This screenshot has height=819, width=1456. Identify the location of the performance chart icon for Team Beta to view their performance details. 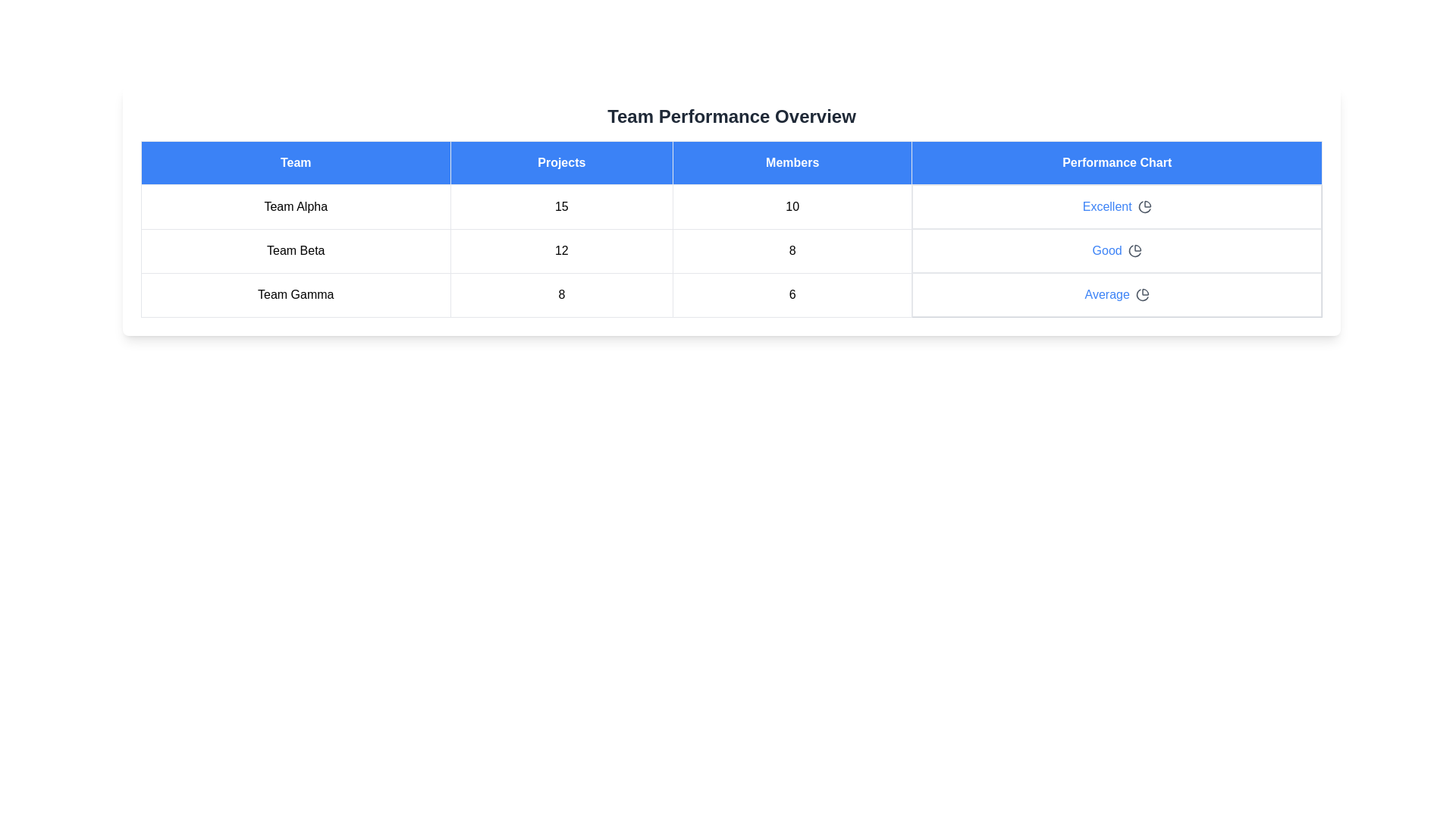
(1134, 250).